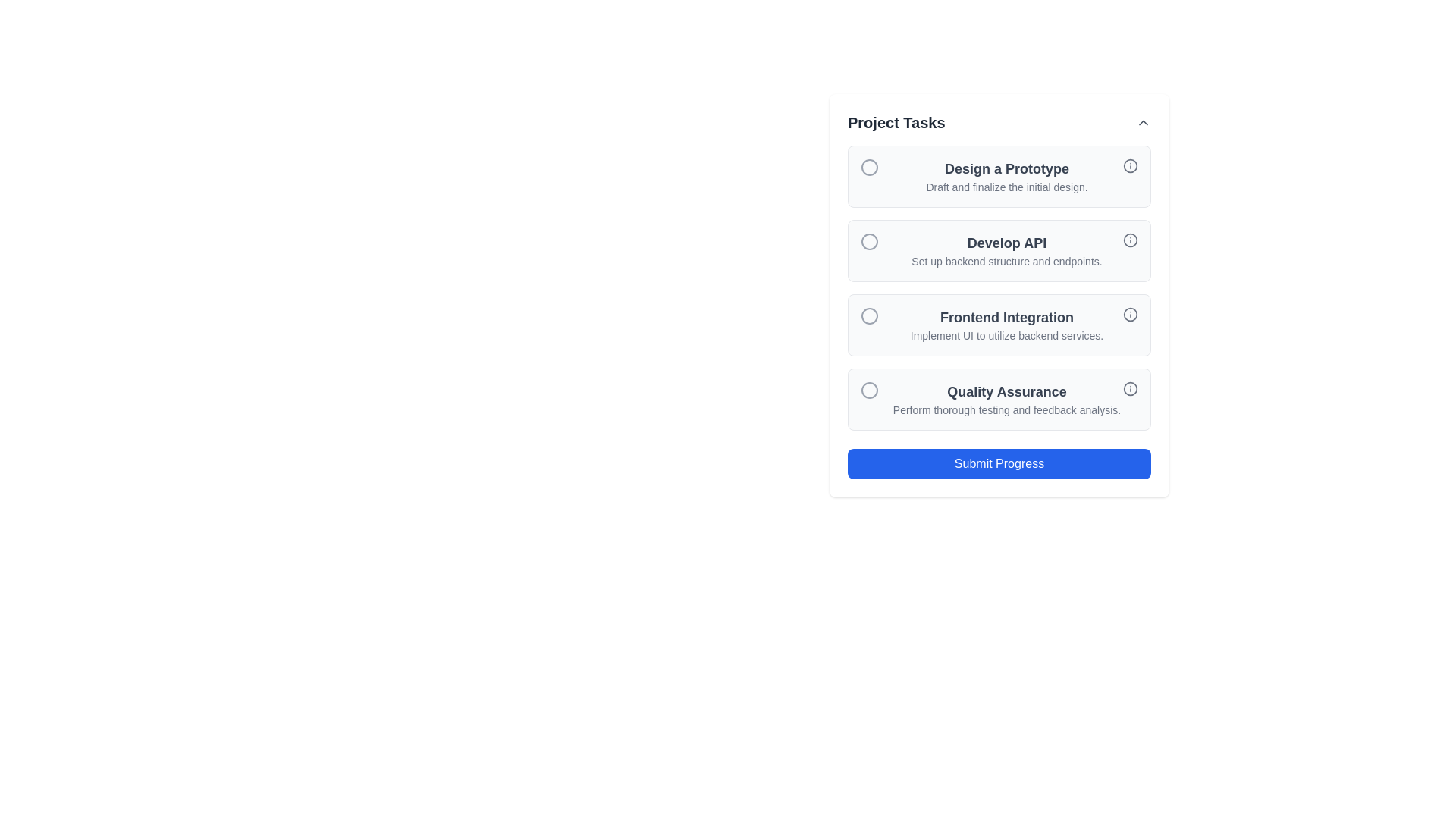 The image size is (1456, 819). What do you see at coordinates (1007, 186) in the screenshot?
I see `the Text Label that provides additional details for the task 'Design a Prototype', located below the task title in the 'Project Tasks' list` at bounding box center [1007, 186].